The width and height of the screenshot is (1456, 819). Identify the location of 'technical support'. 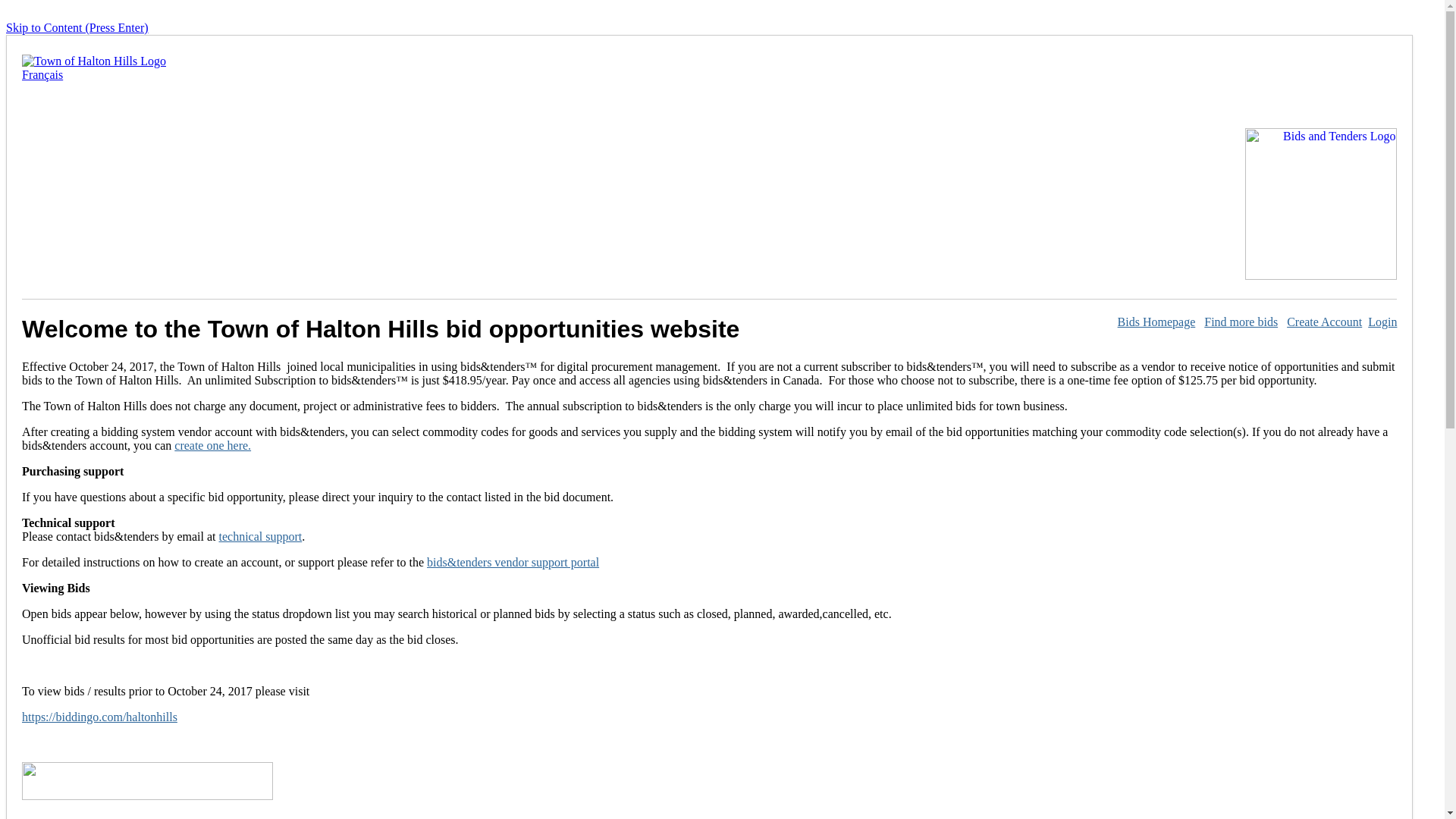
(259, 535).